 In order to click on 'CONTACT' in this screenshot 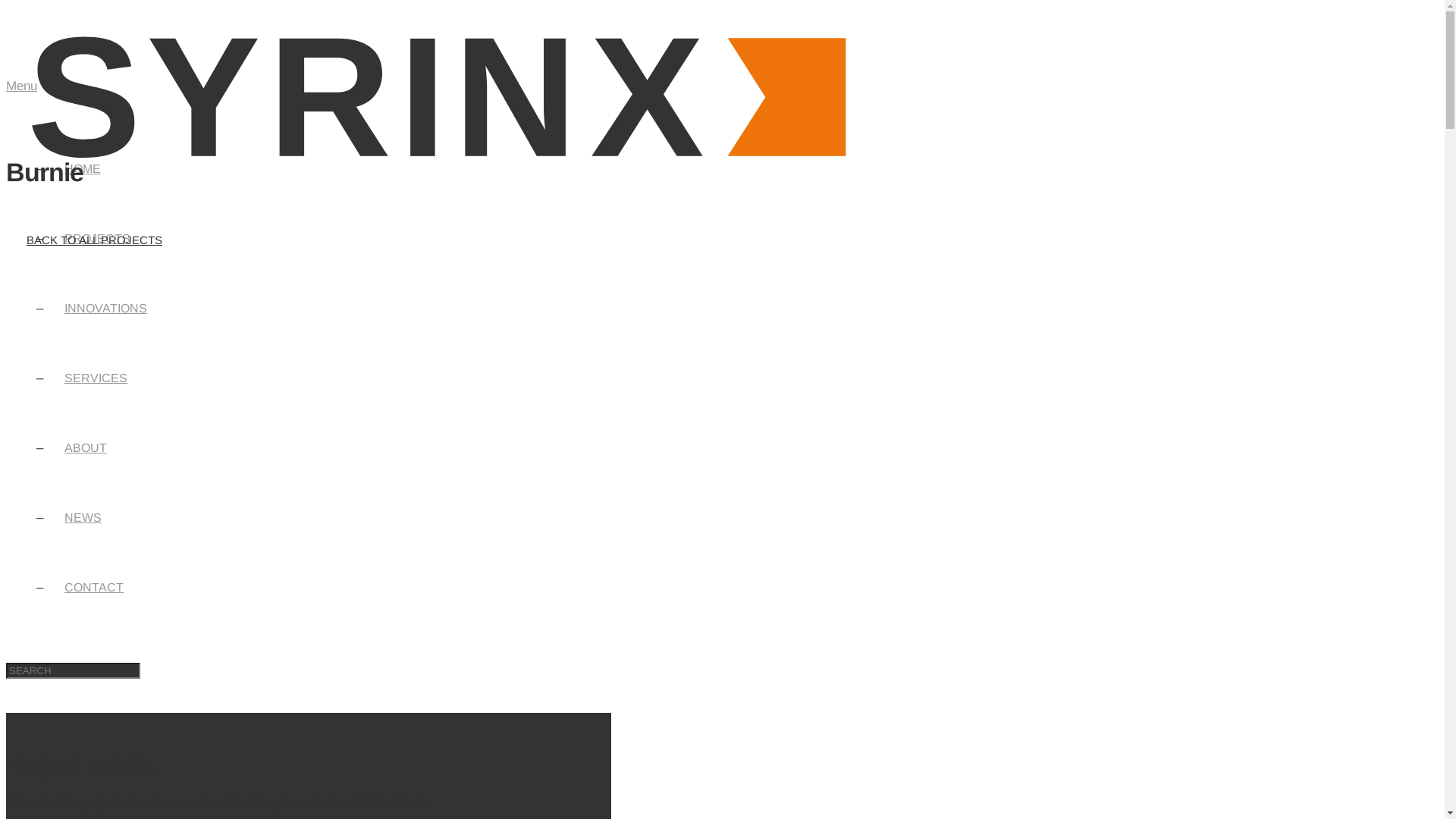, I will do `click(93, 586)`.